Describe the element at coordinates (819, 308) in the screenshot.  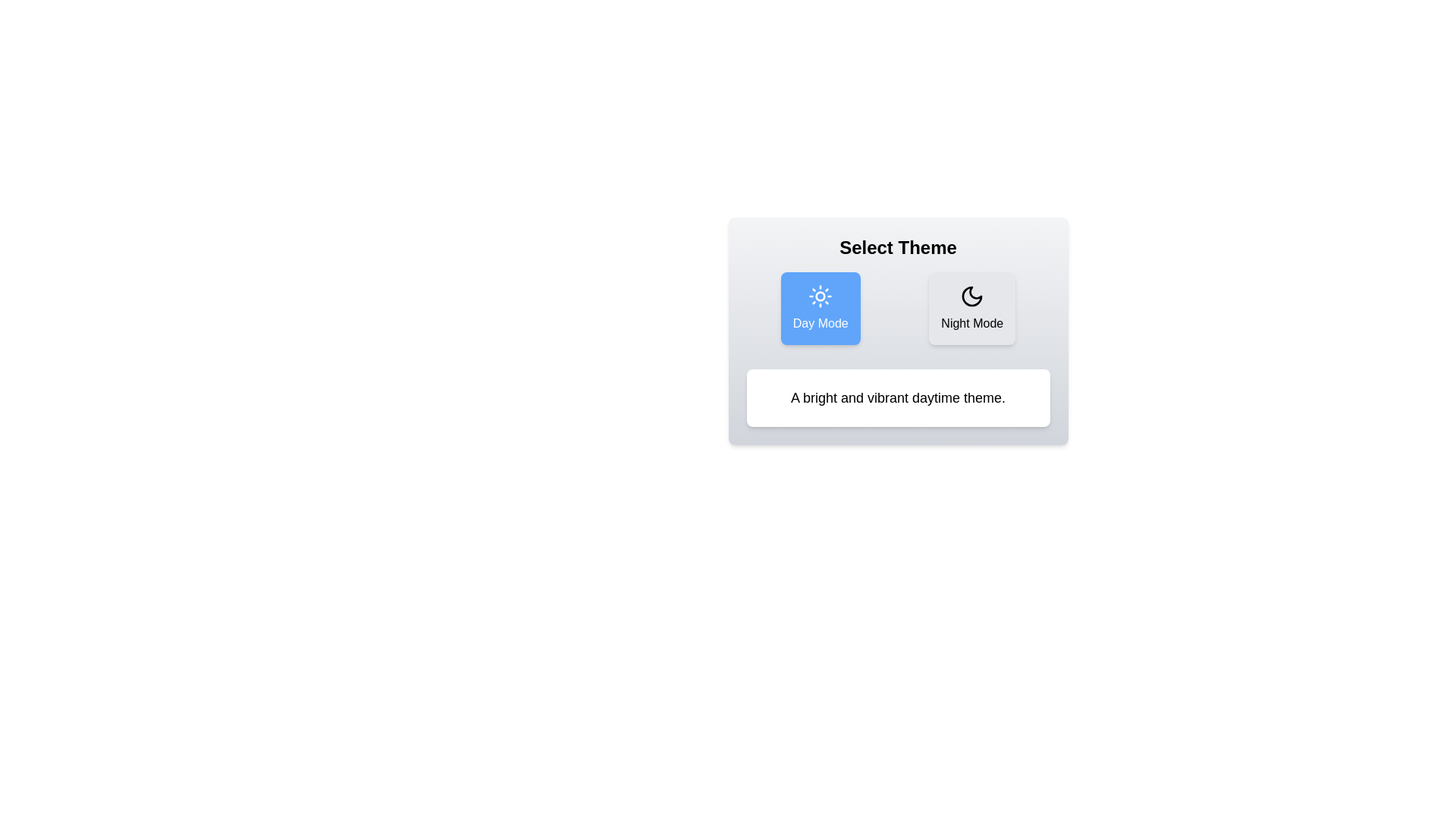
I see `the theme button to select the Day Mode mode` at that location.